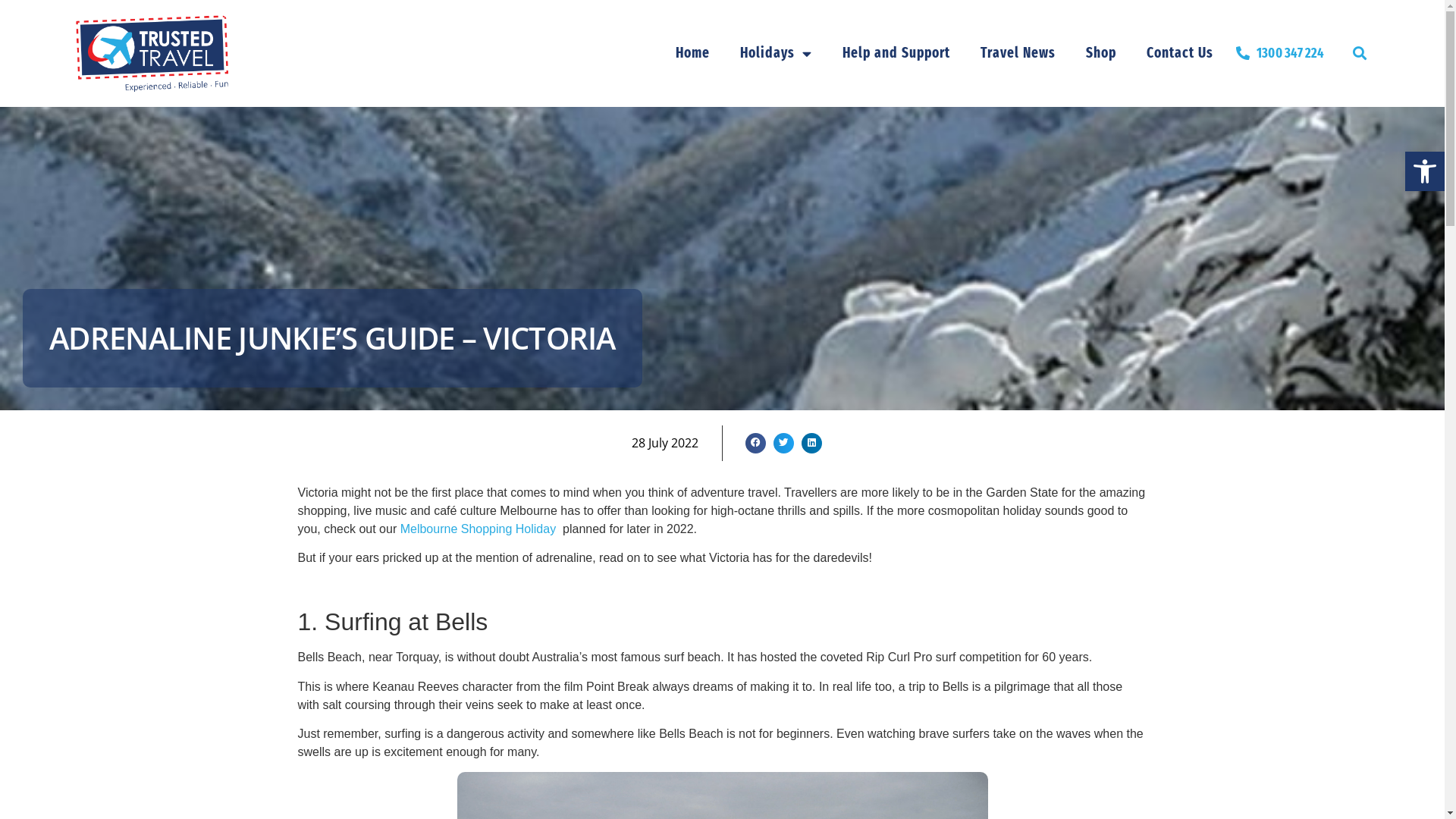 Image resolution: width=1456 pixels, height=819 pixels. Describe the element at coordinates (1018, 52) in the screenshot. I see `'Travel News'` at that location.